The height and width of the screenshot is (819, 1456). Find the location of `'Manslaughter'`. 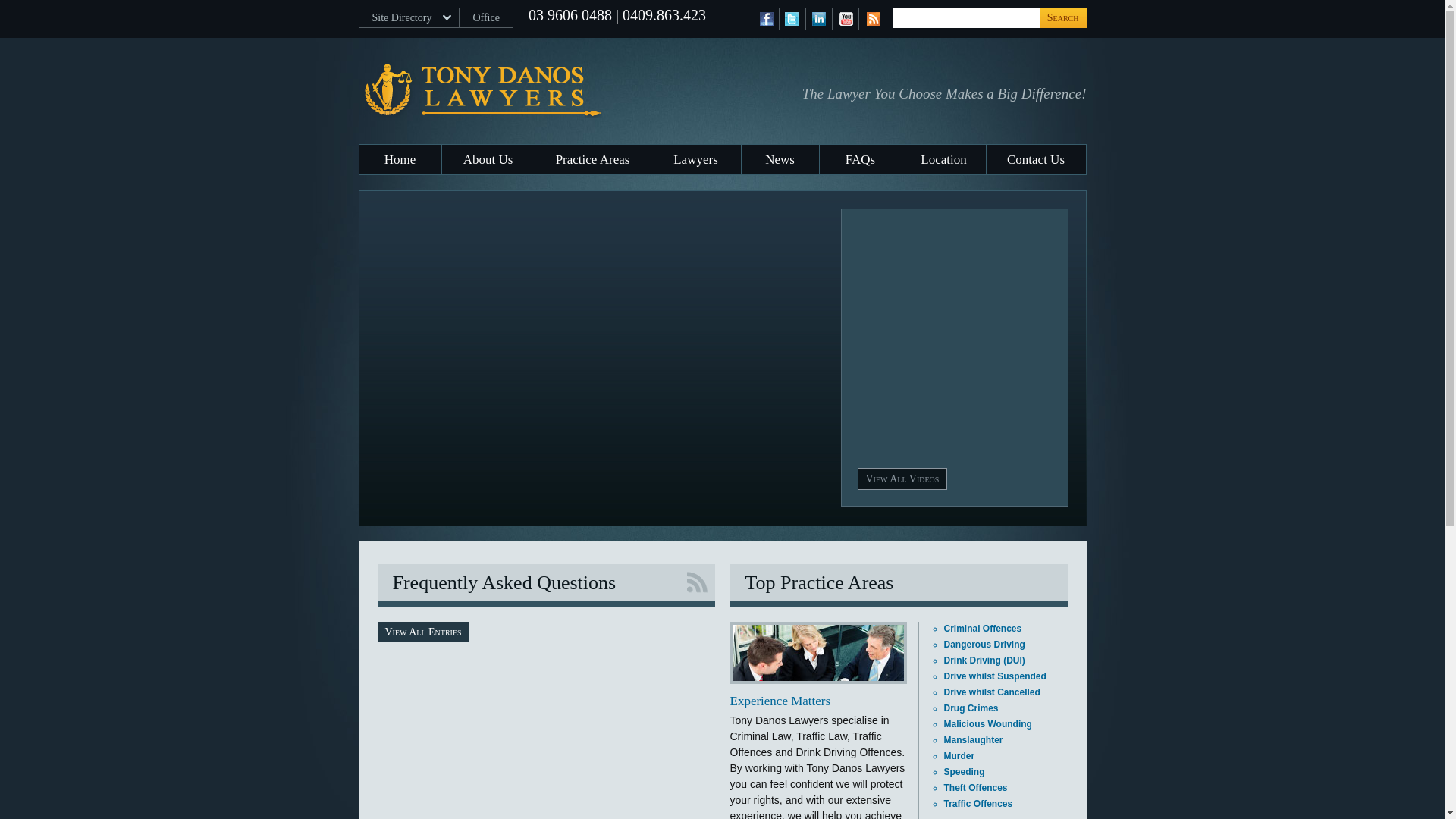

'Manslaughter' is located at coordinates (972, 739).